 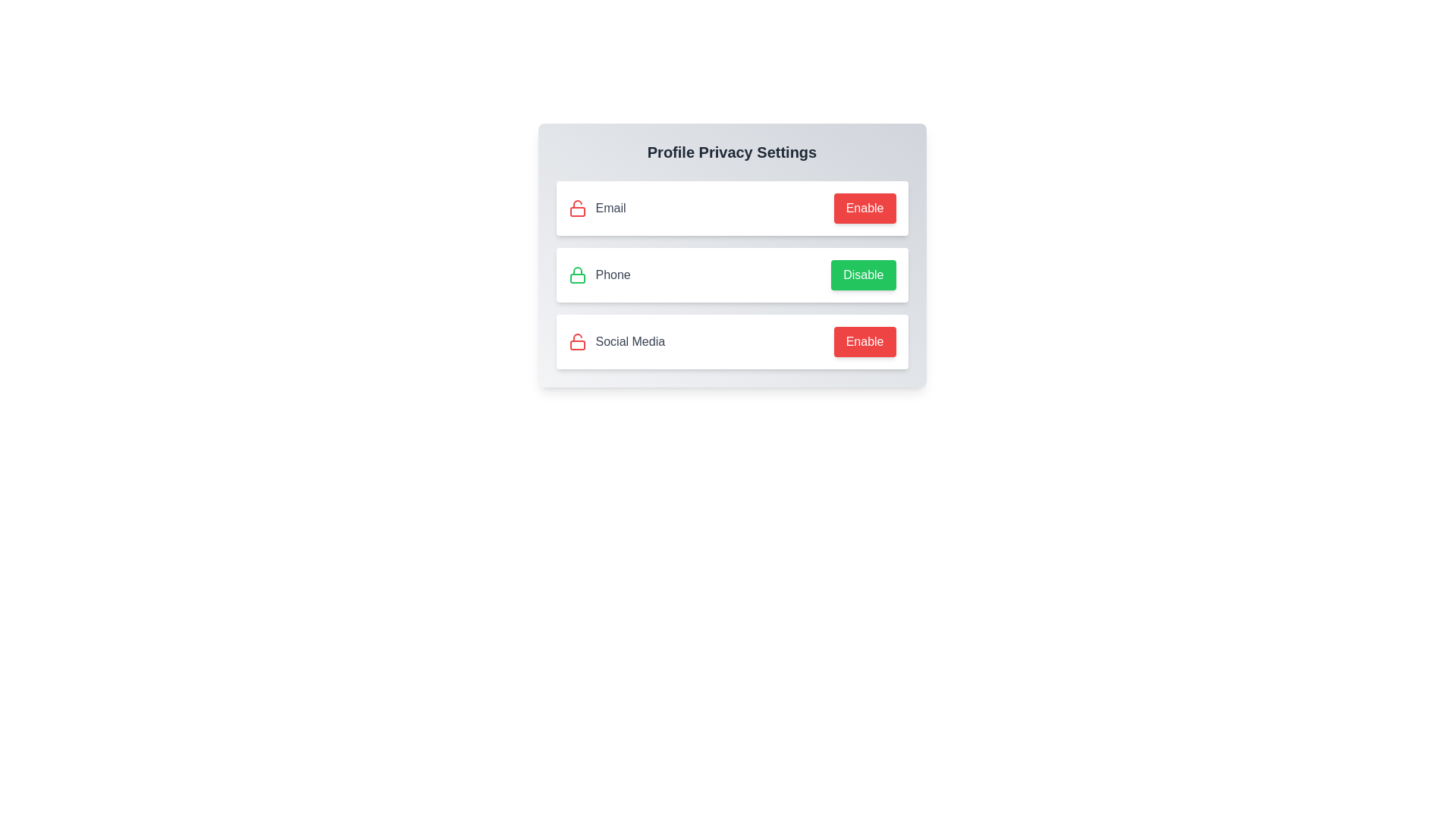 What do you see at coordinates (864, 342) in the screenshot?
I see `the 'Enable' button for 'Social Media' to toggle its privacy setting` at bounding box center [864, 342].